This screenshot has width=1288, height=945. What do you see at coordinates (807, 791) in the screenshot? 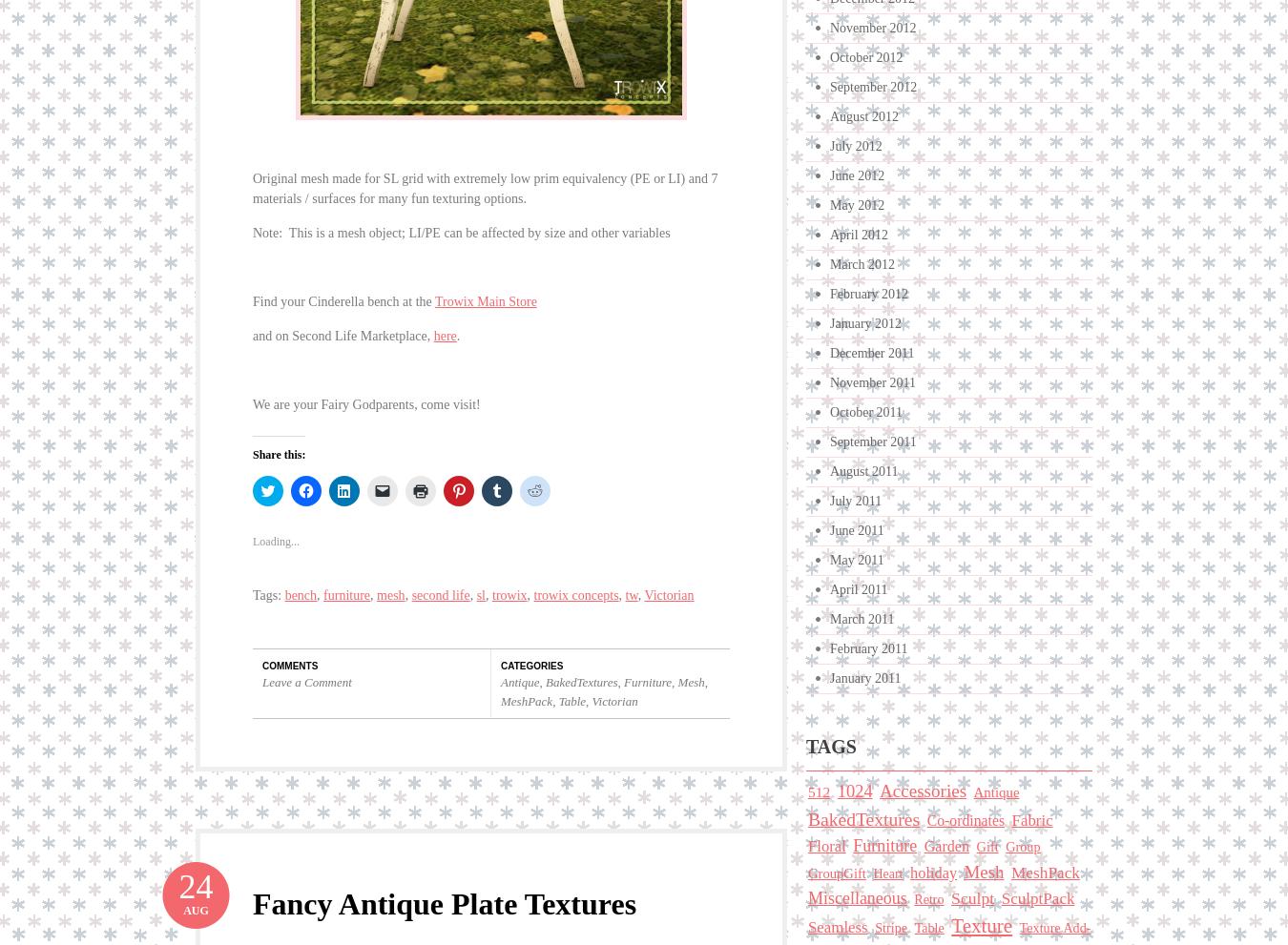
I see `'512'` at bounding box center [807, 791].